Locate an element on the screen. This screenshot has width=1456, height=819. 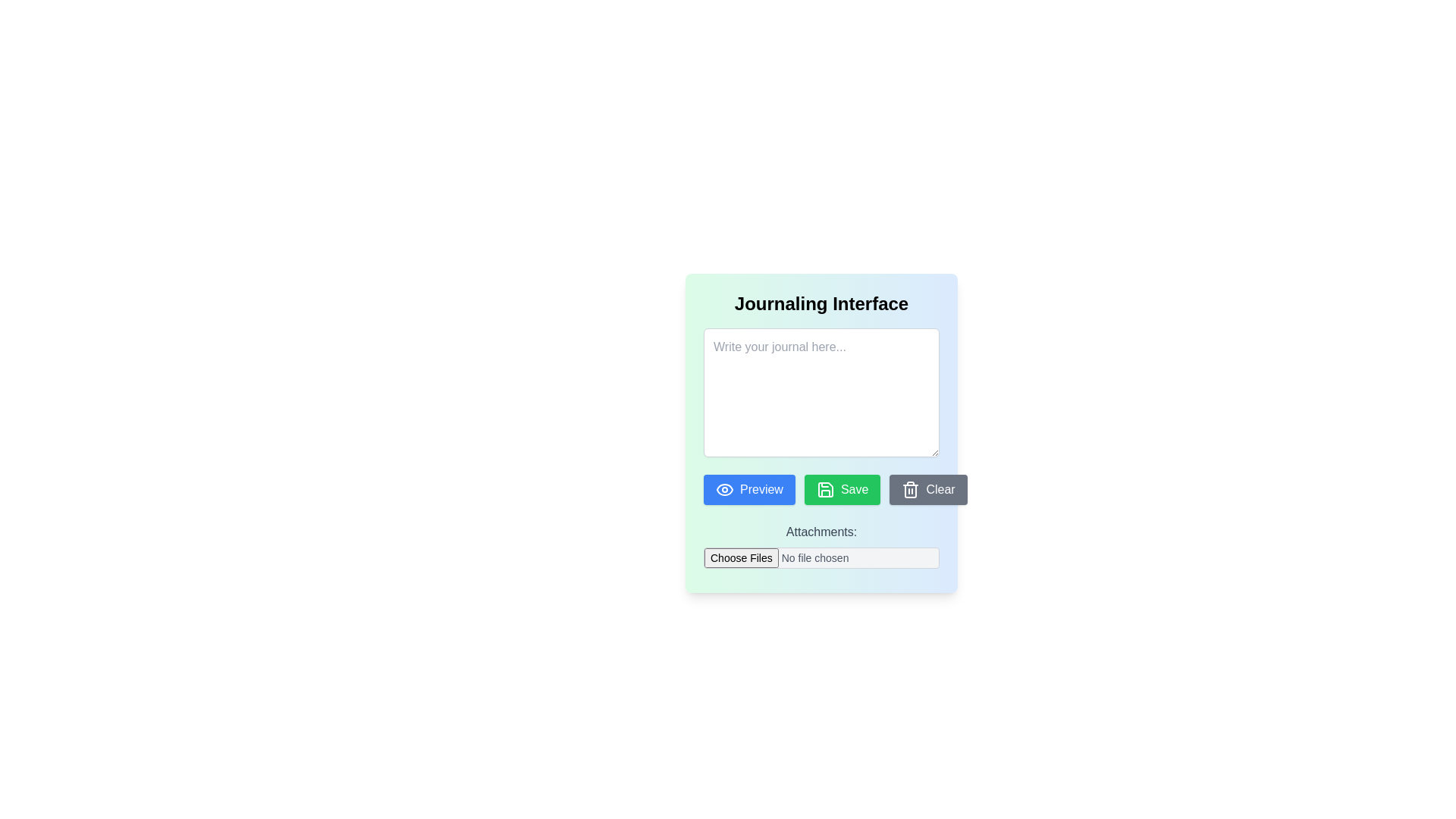
the 'Preview' button, which has a blue background and white text, located to the left of the 'Save' and 'Clear' buttons at the bottom section of the form is located at coordinates (749, 489).